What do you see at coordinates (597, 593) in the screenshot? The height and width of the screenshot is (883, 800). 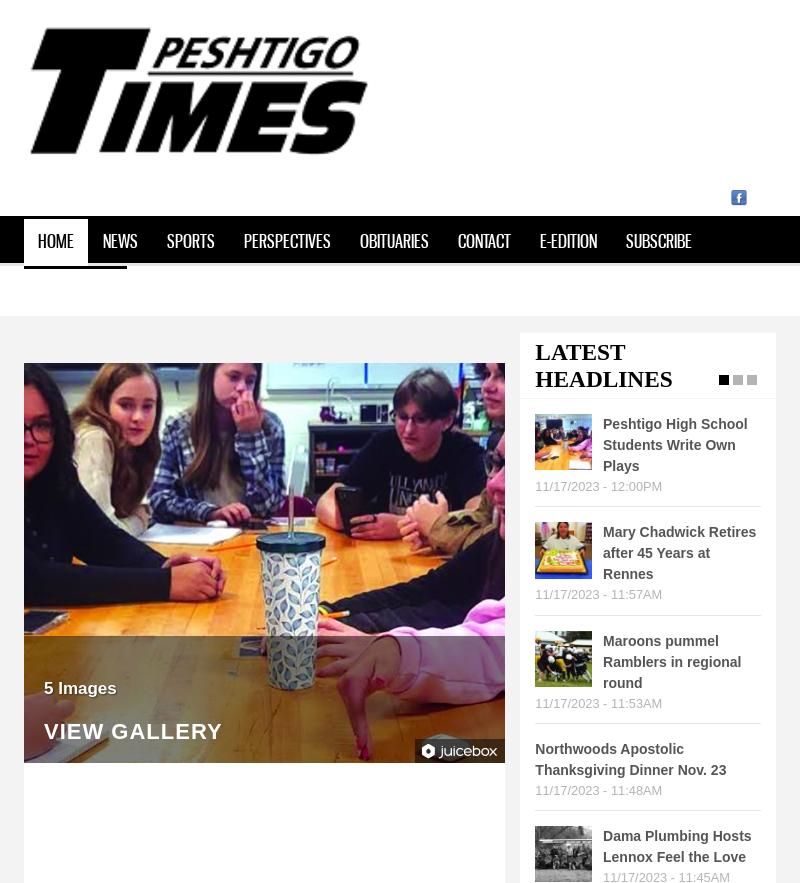 I see `'11/17/2023 - 11:57am'` at bounding box center [597, 593].